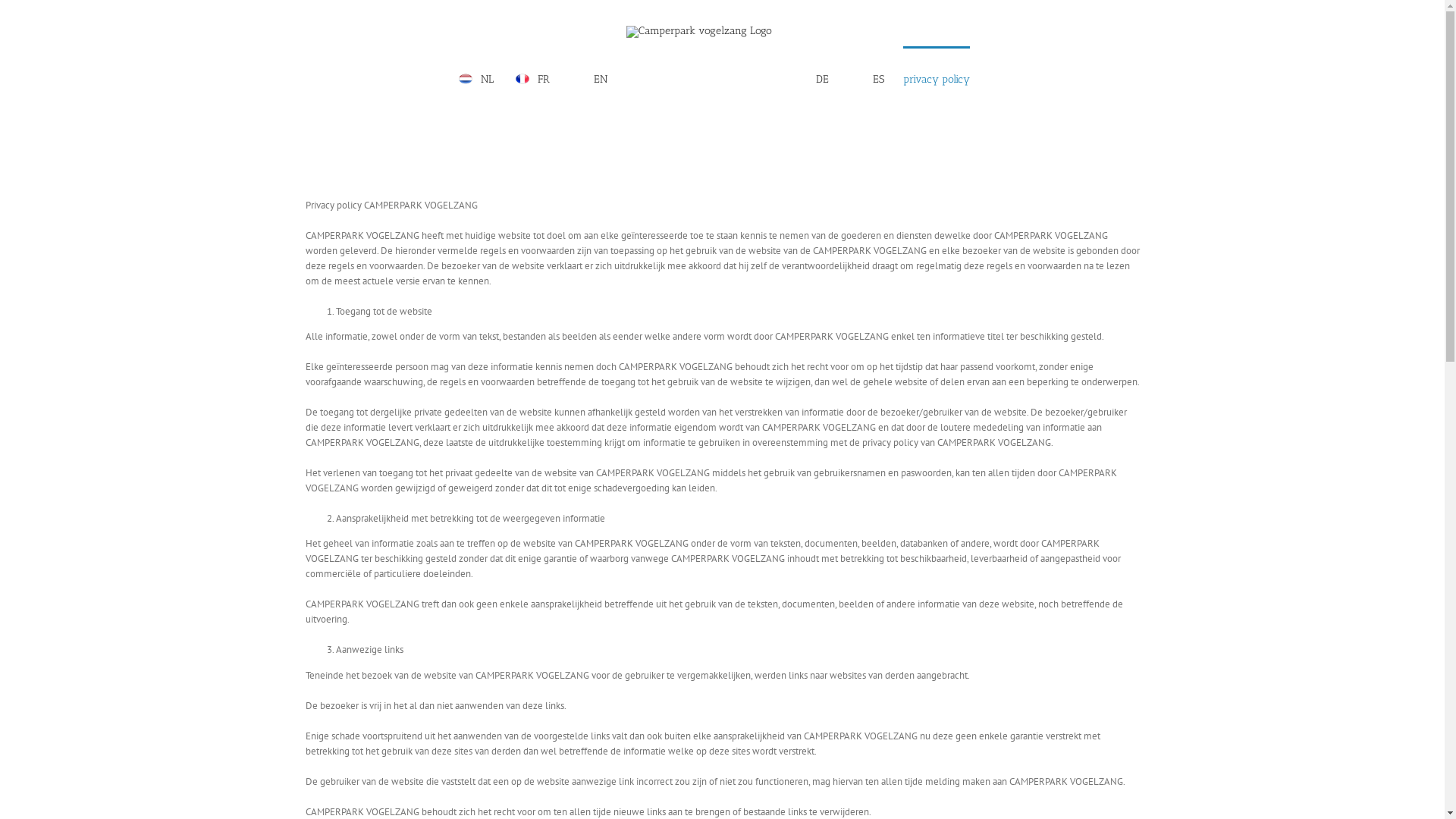 Image resolution: width=1456 pixels, height=819 pixels. Describe the element at coordinates (587, 78) in the screenshot. I see `'EN'` at that location.